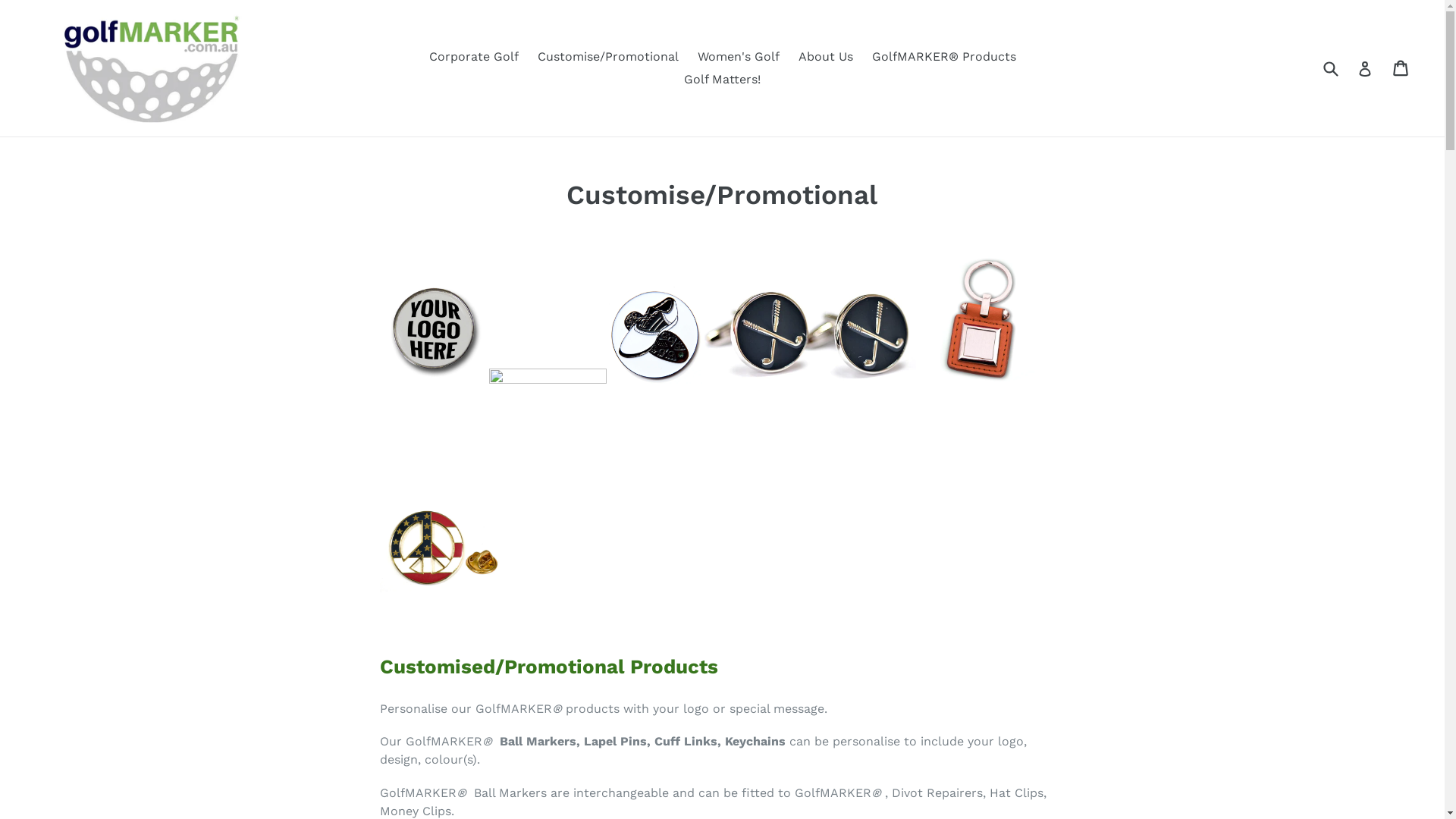 This screenshot has width=1456, height=819. What do you see at coordinates (1401, 67) in the screenshot?
I see `'Cart` at bounding box center [1401, 67].